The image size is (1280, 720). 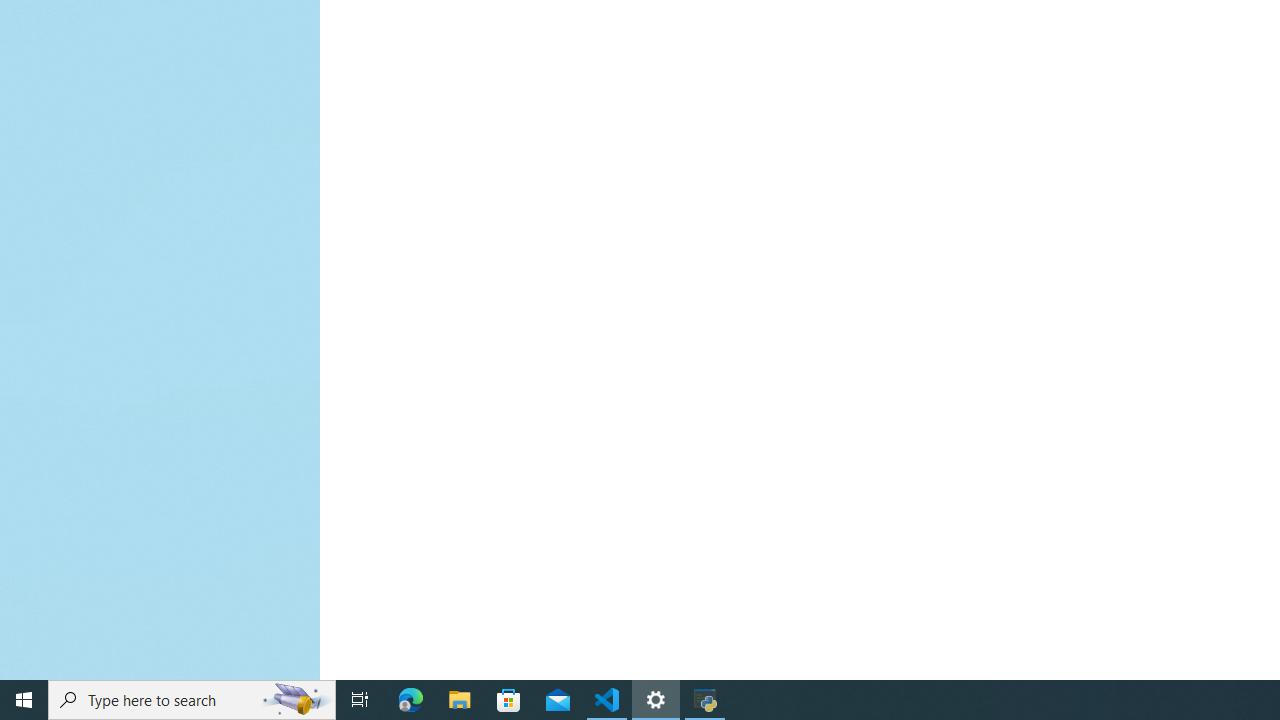 What do you see at coordinates (606, 698) in the screenshot?
I see `'Visual Studio Code - 1 running window'` at bounding box center [606, 698].